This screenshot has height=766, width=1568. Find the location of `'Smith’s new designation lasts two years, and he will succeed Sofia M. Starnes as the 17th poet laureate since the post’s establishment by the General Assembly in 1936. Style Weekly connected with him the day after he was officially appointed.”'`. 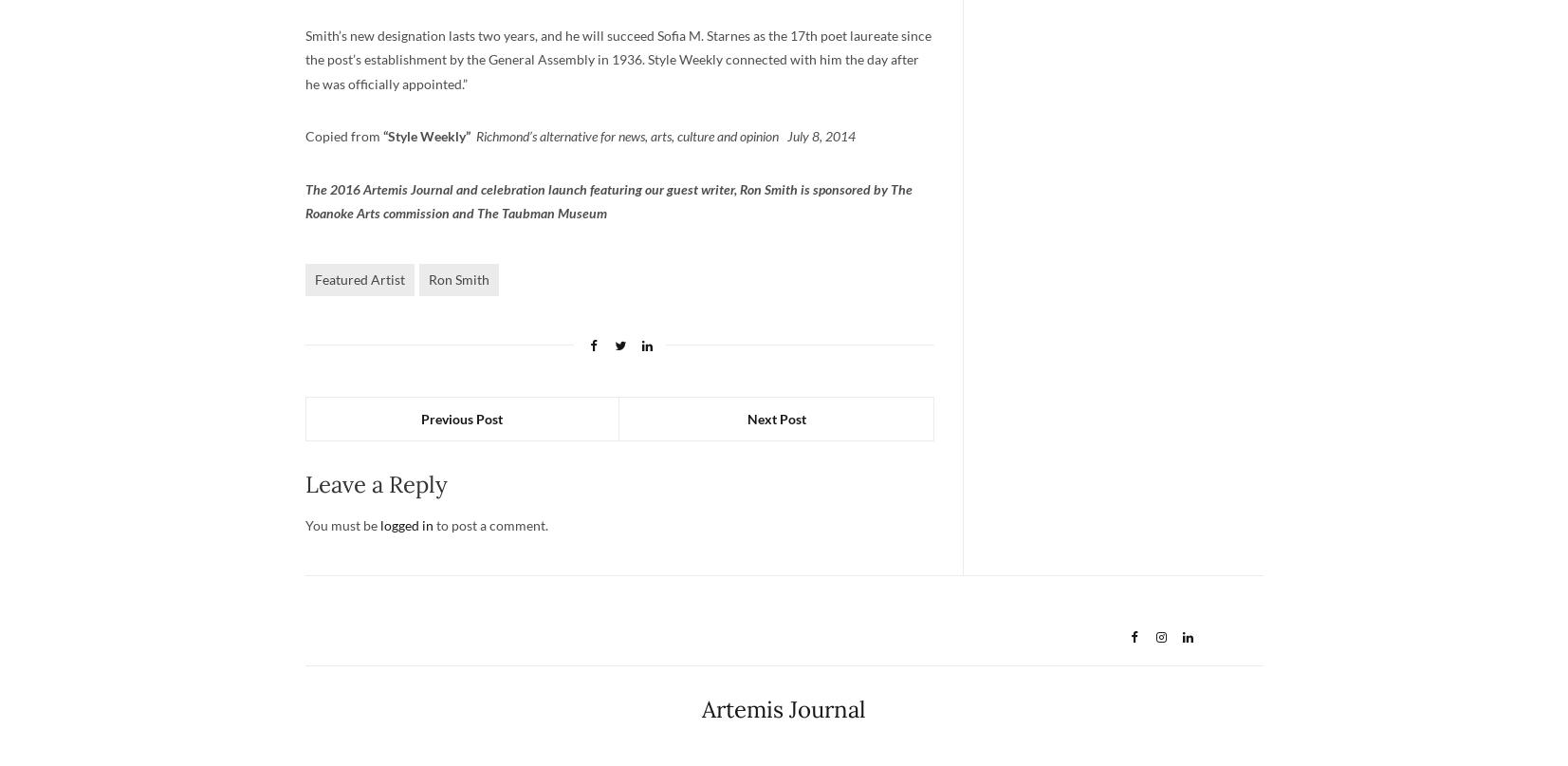

'Smith’s new designation lasts two years, and he will succeed Sofia M. Starnes as the 17th poet laureate since the post’s establishment by the General Assembly in 1936. Style Weekly connected with him the day after he was officially appointed.”' is located at coordinates (304, 58).